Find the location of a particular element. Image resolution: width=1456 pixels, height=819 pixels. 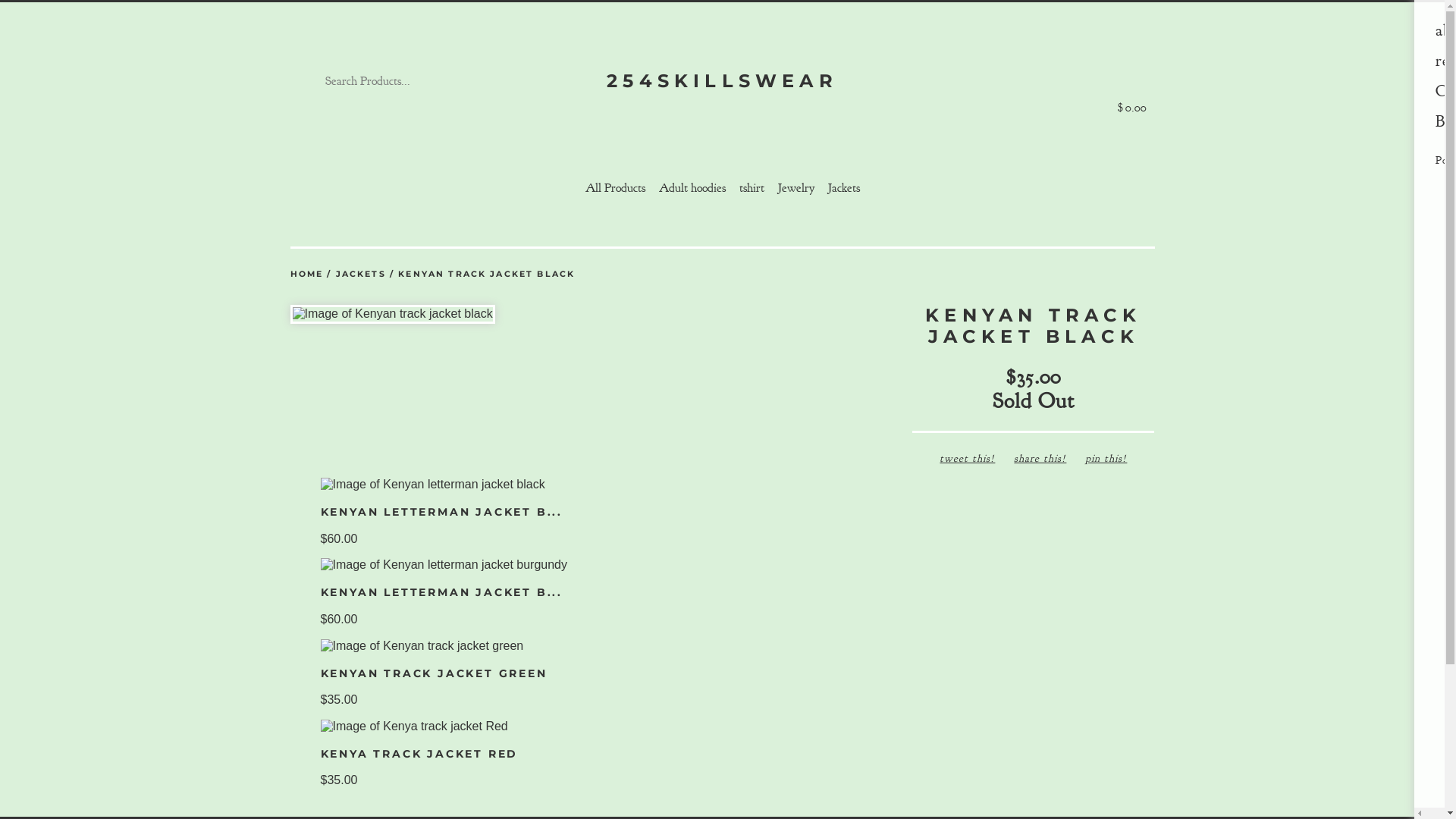

'tshirt' is located at coordinates (751, 187).